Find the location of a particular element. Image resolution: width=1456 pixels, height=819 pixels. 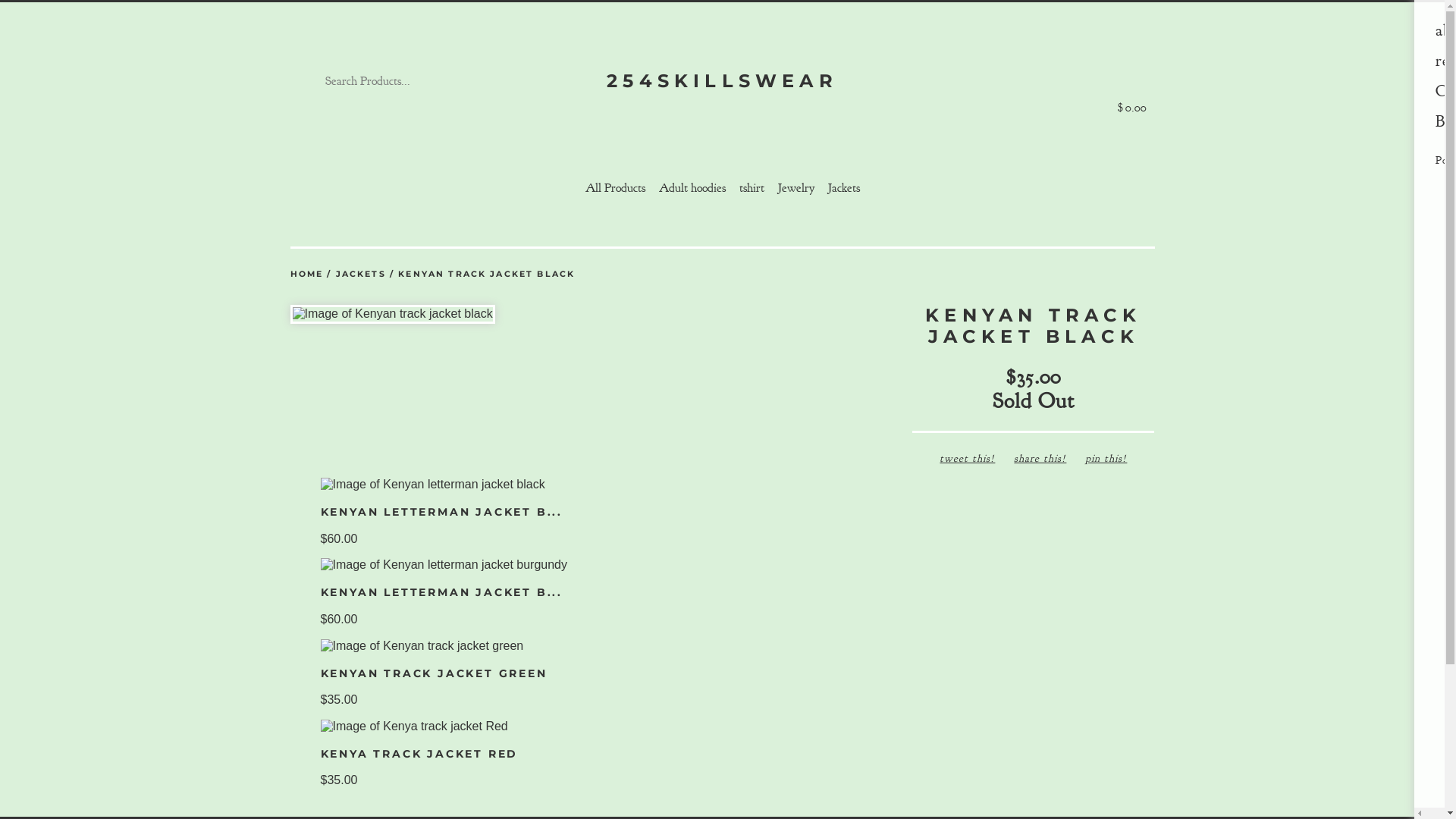

'tshirt' is located at coordinates (751, 187).